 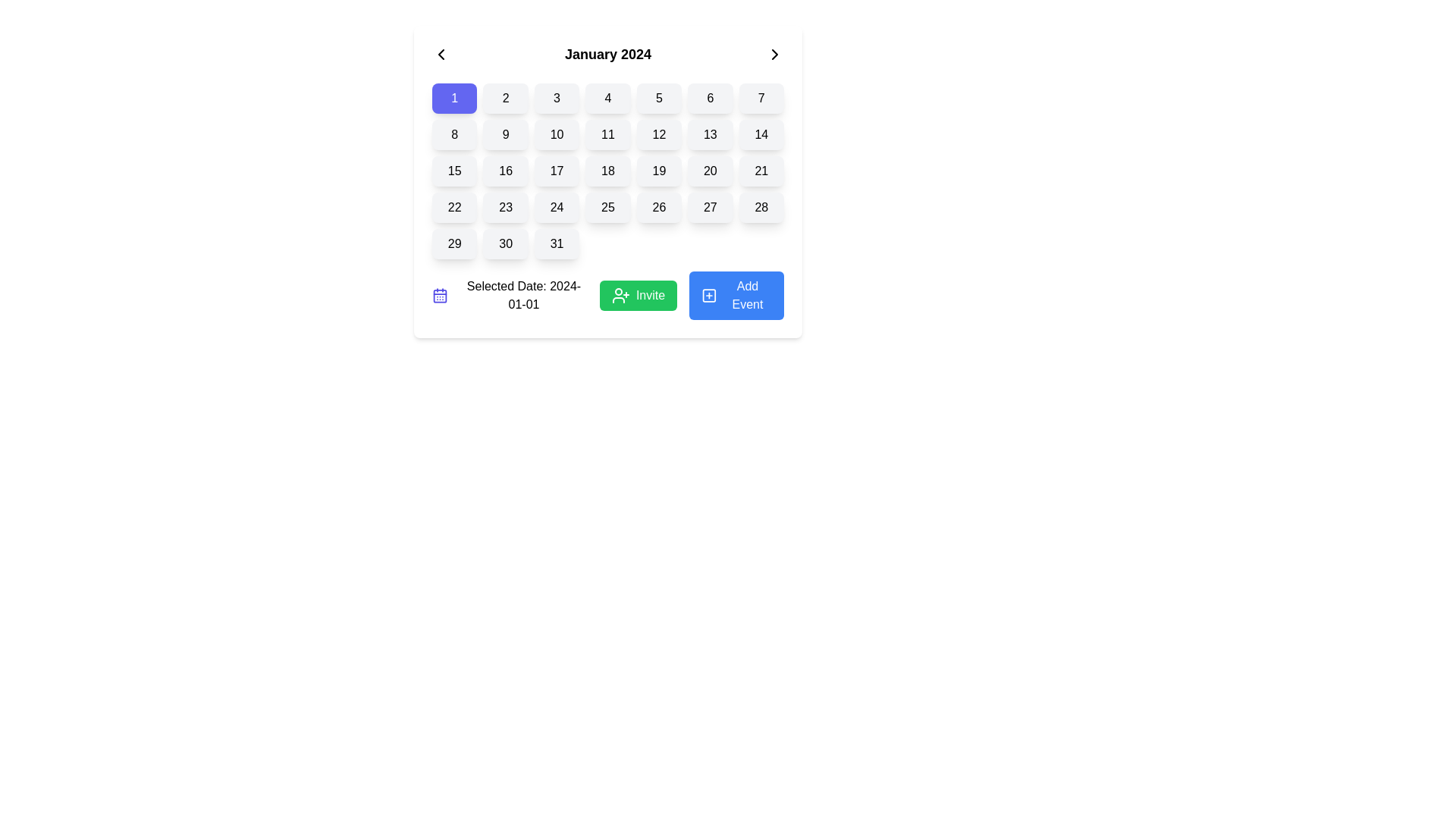 I want to click on the date '5' button in the calendar, so click(x=659, y=99).